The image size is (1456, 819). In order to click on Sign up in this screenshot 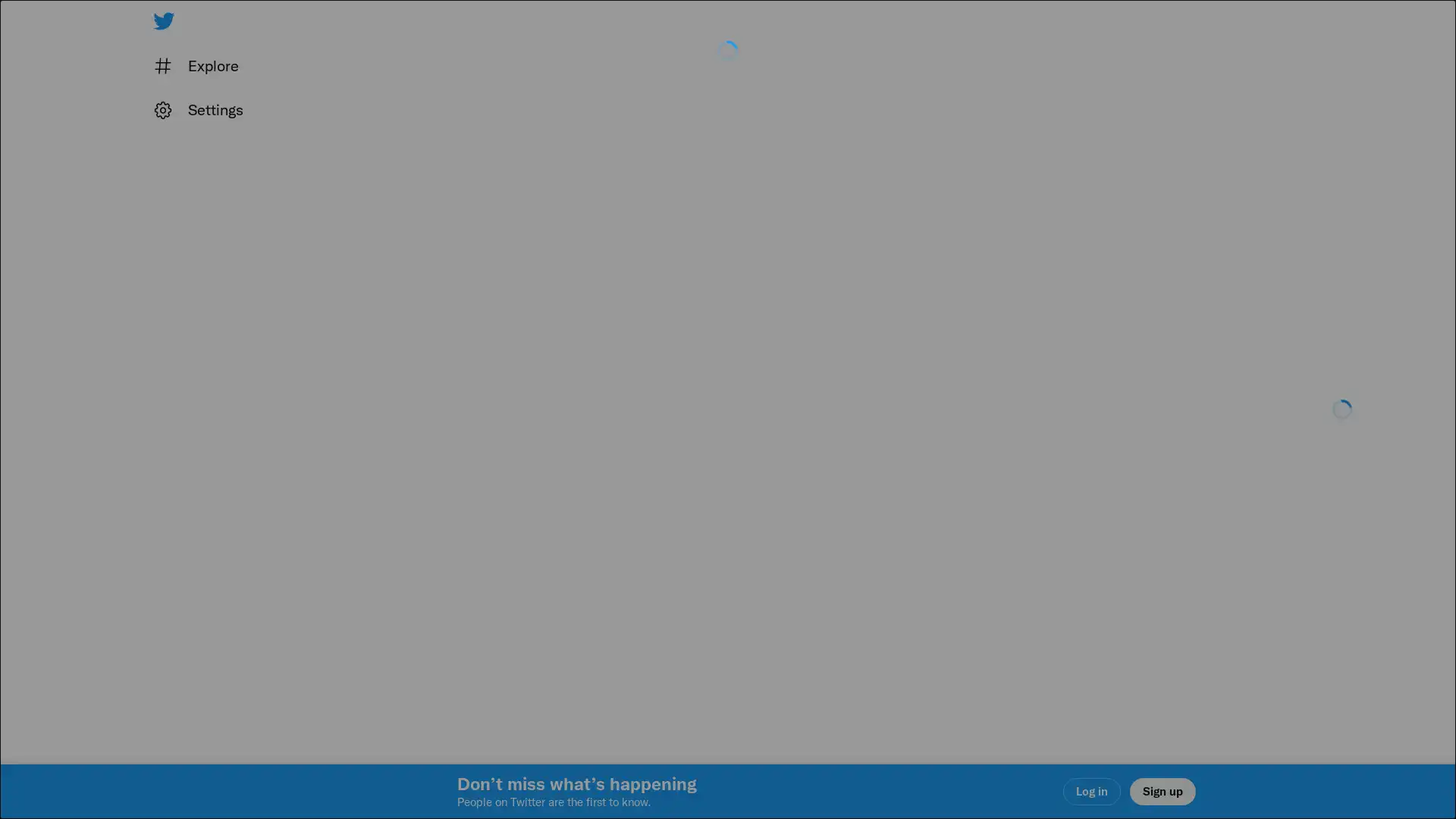, I will do `click(548, 516)`.